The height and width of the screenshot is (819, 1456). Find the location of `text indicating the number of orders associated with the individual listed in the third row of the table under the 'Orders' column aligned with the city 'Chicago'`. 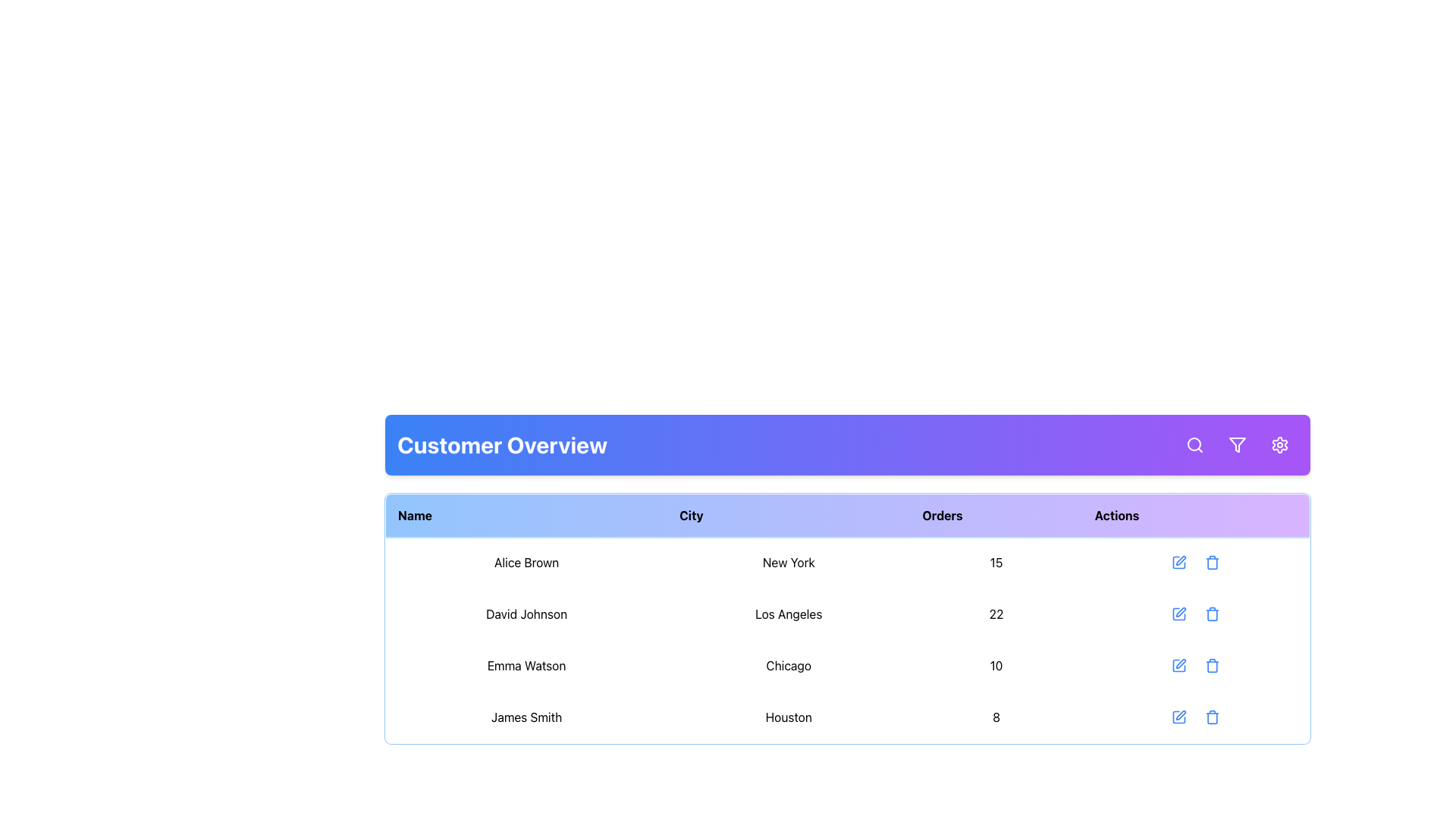

text indicating the number of orders associated with the individual listed in the third row of the table under the 'Orders' column aligned with the city 'Chicago' is located at coordinates (996, 665).